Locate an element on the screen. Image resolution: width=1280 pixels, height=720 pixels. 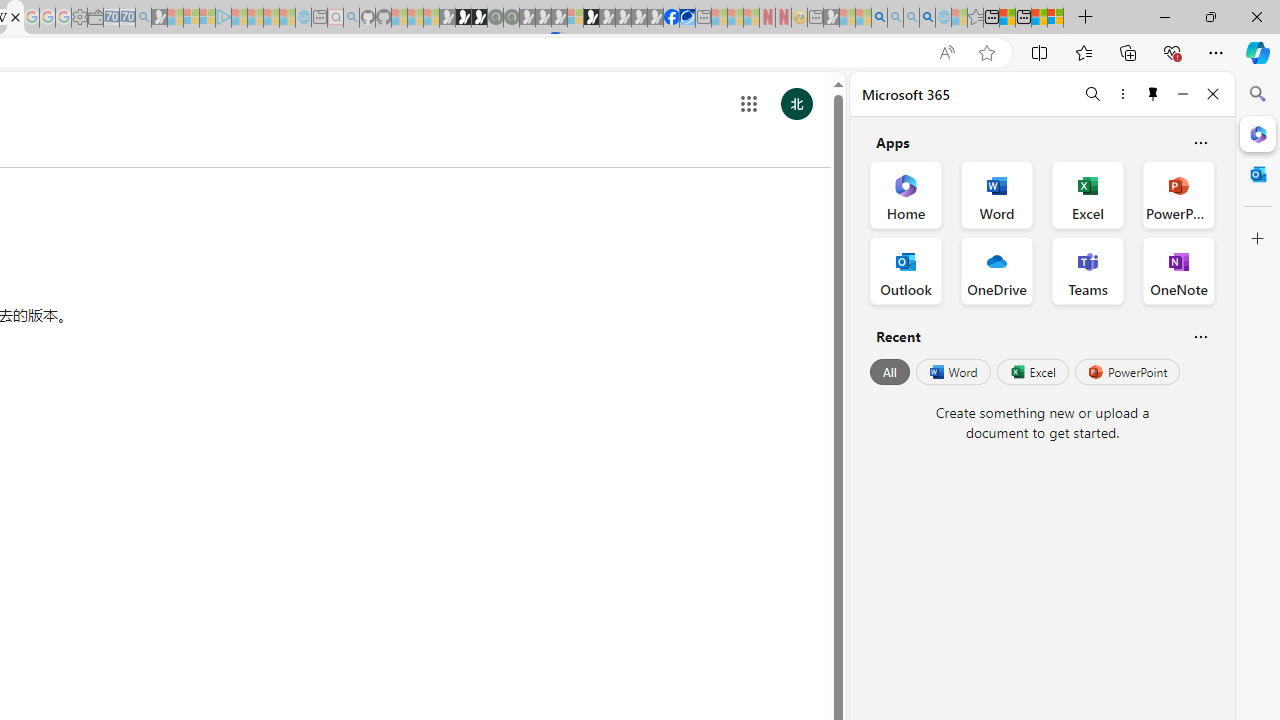
'More options' is located at coordinates (1122, 93).